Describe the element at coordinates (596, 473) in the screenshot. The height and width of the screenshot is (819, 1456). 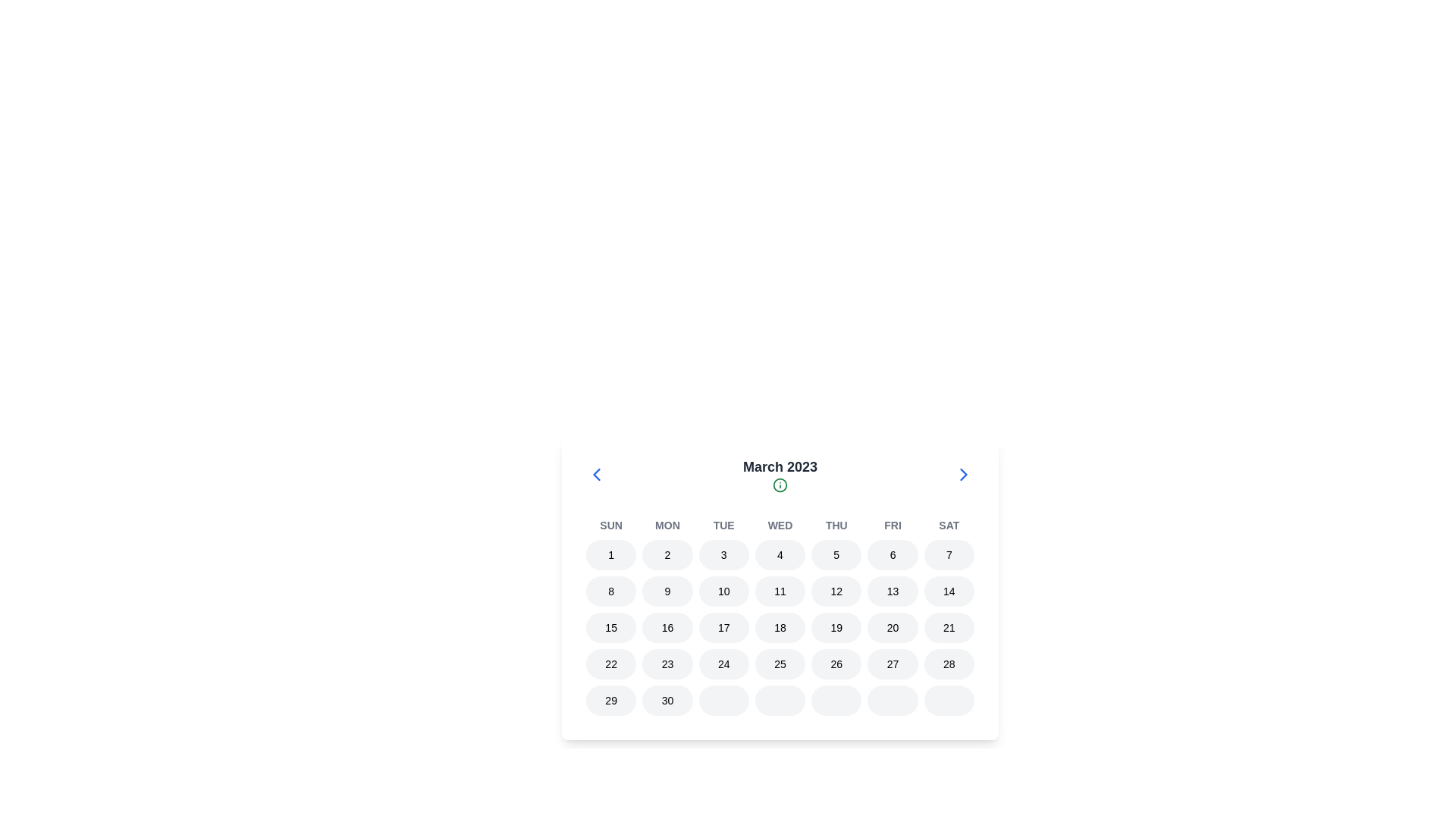
I see `the button that navigates to the previous month, located on the left side of the calendar header aligned with the 'March 2023' text for interaction feedback` at that location.